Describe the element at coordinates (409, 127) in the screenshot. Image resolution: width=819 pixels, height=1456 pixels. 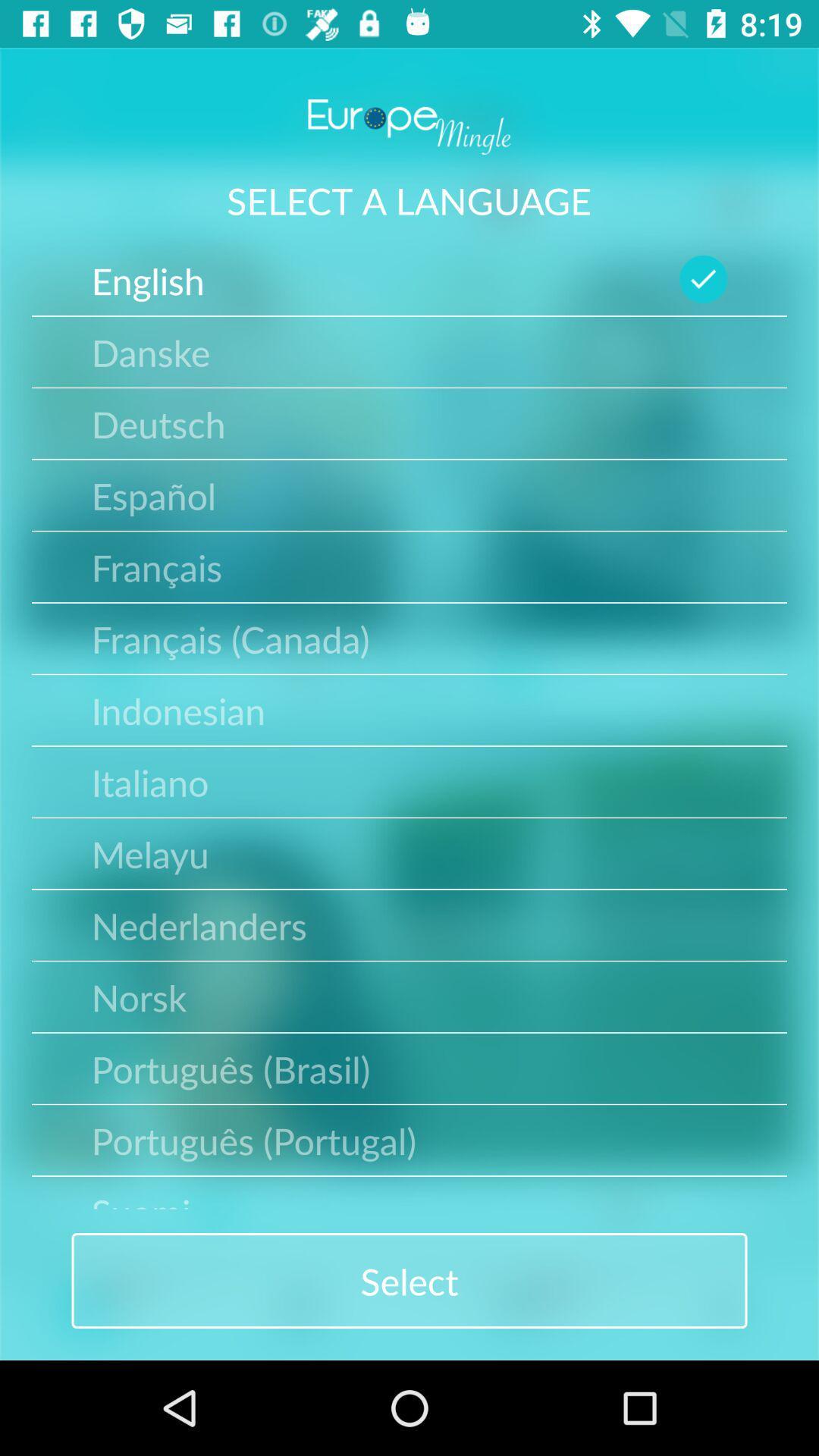
I see `europe mingle` at that location.